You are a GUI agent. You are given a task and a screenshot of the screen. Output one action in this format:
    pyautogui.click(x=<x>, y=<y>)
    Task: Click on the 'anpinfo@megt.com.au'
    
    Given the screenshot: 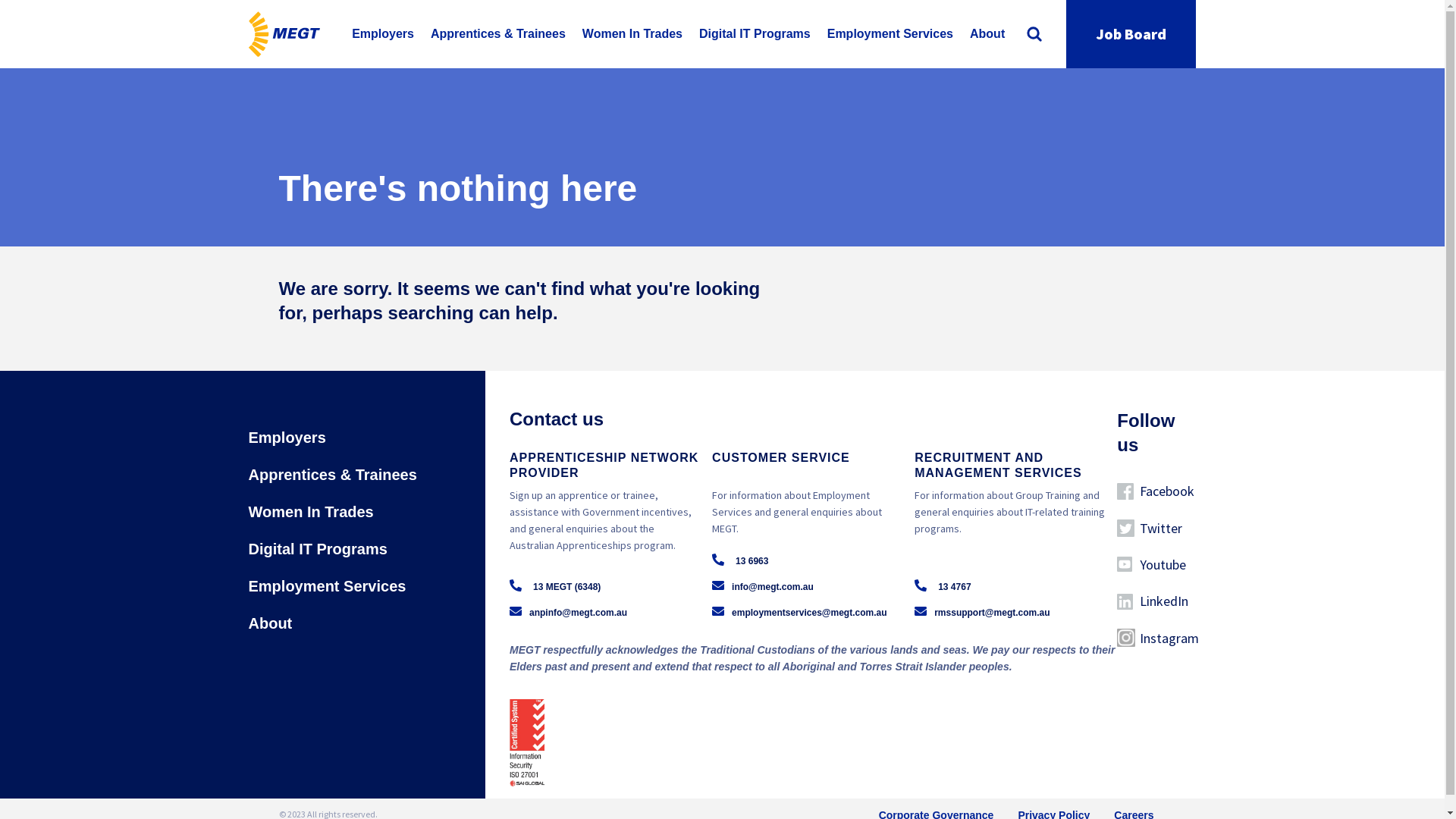 What is the action you would take?
    pyautogui.click(x=510, y=610)
    